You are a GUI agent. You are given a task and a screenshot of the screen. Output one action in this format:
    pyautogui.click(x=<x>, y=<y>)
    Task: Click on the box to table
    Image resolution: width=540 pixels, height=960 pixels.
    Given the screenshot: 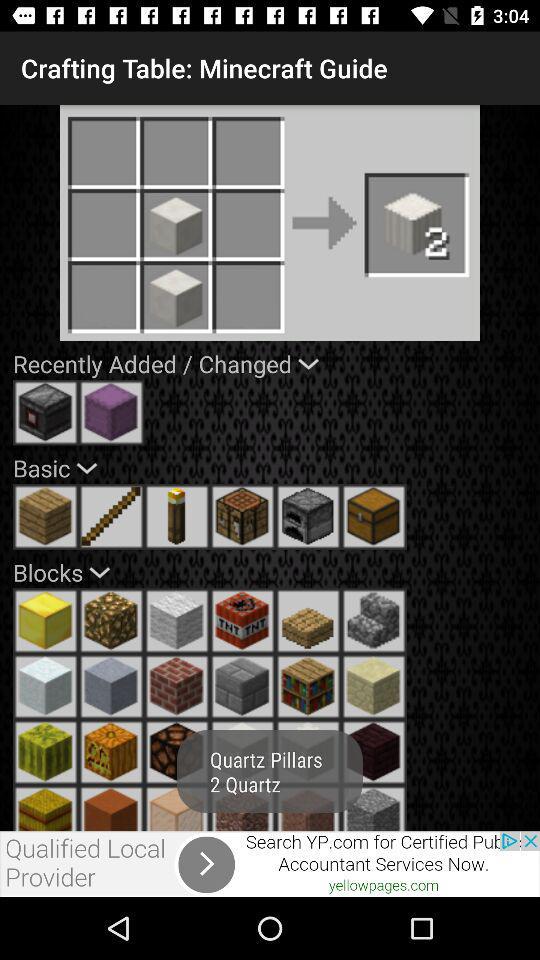 What is the action you would take?
    pyautogui.click(x=374, y=515)
    